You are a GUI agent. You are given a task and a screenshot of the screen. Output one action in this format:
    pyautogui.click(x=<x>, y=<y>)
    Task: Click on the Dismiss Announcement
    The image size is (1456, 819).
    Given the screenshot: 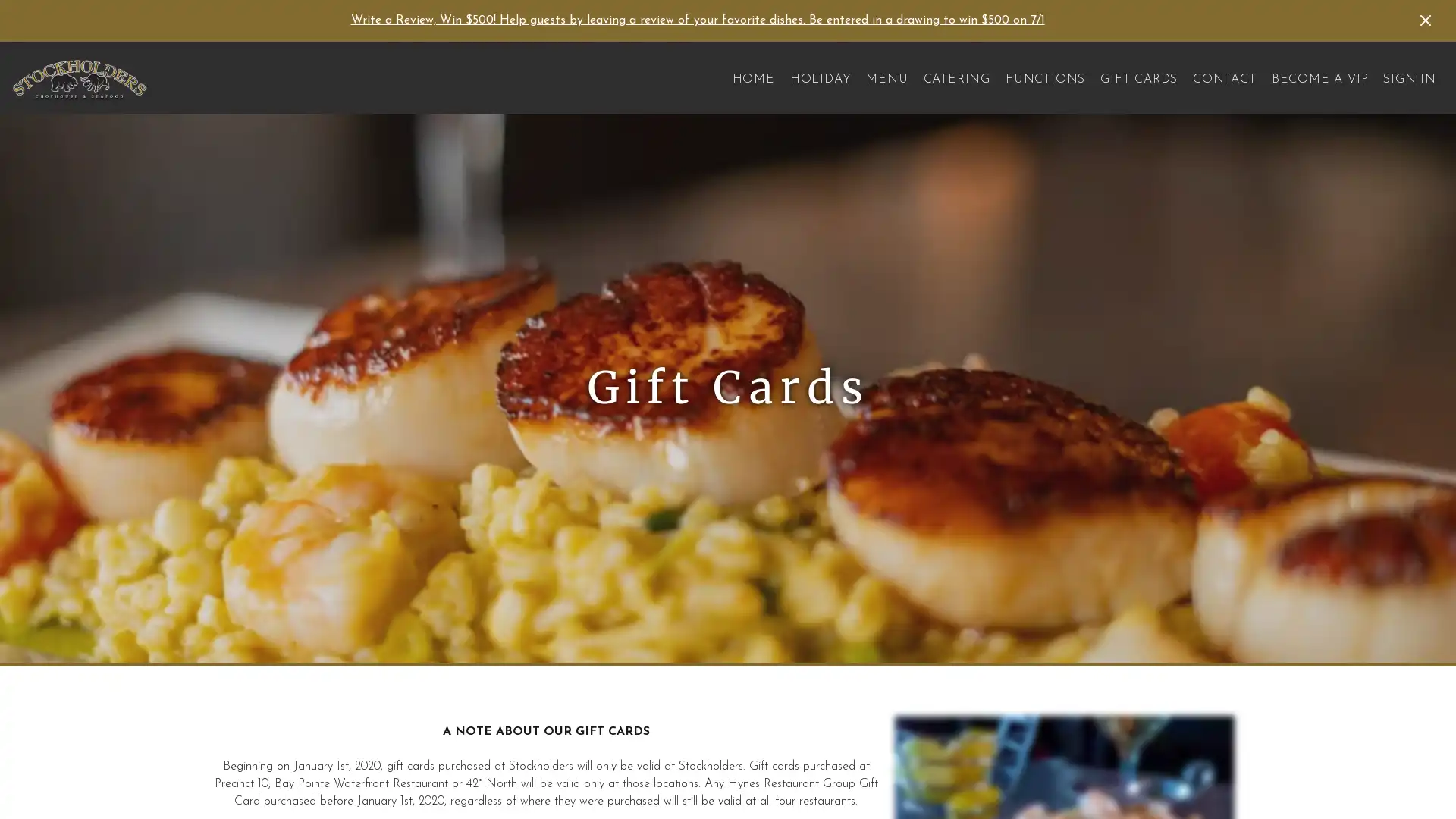 What is the action you would take?
    pyautogui.click(x=1425, y=20)
    